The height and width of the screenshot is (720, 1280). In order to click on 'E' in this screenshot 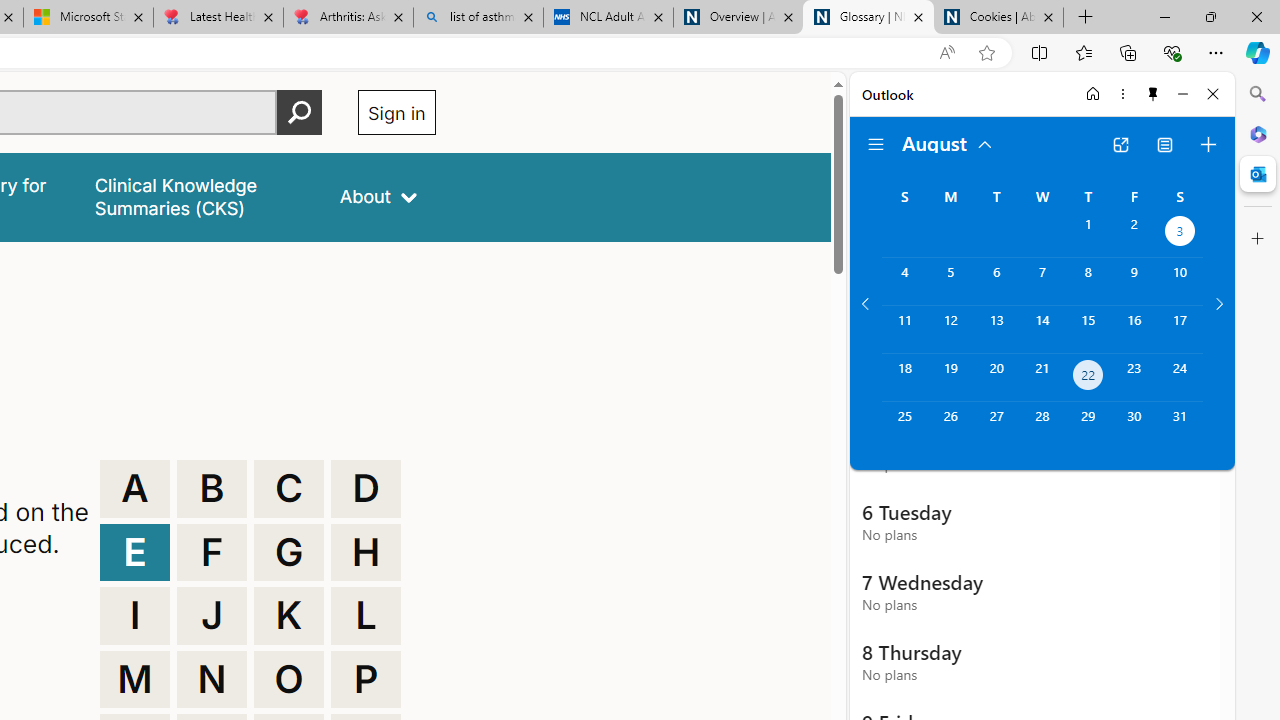, I will do `click(134, 552)`.